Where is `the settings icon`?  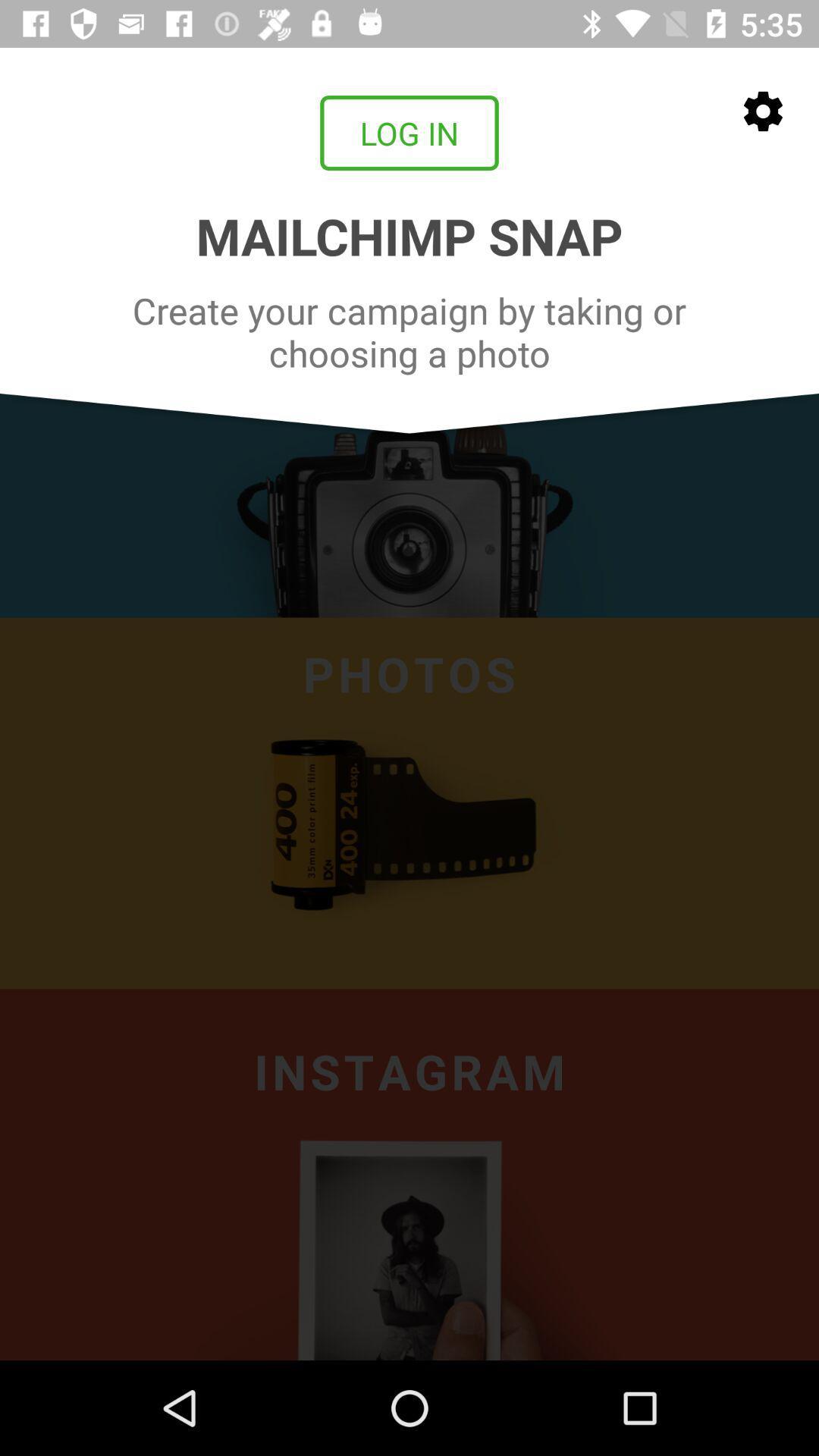 the settings icon is located at coordinates (763, 111).